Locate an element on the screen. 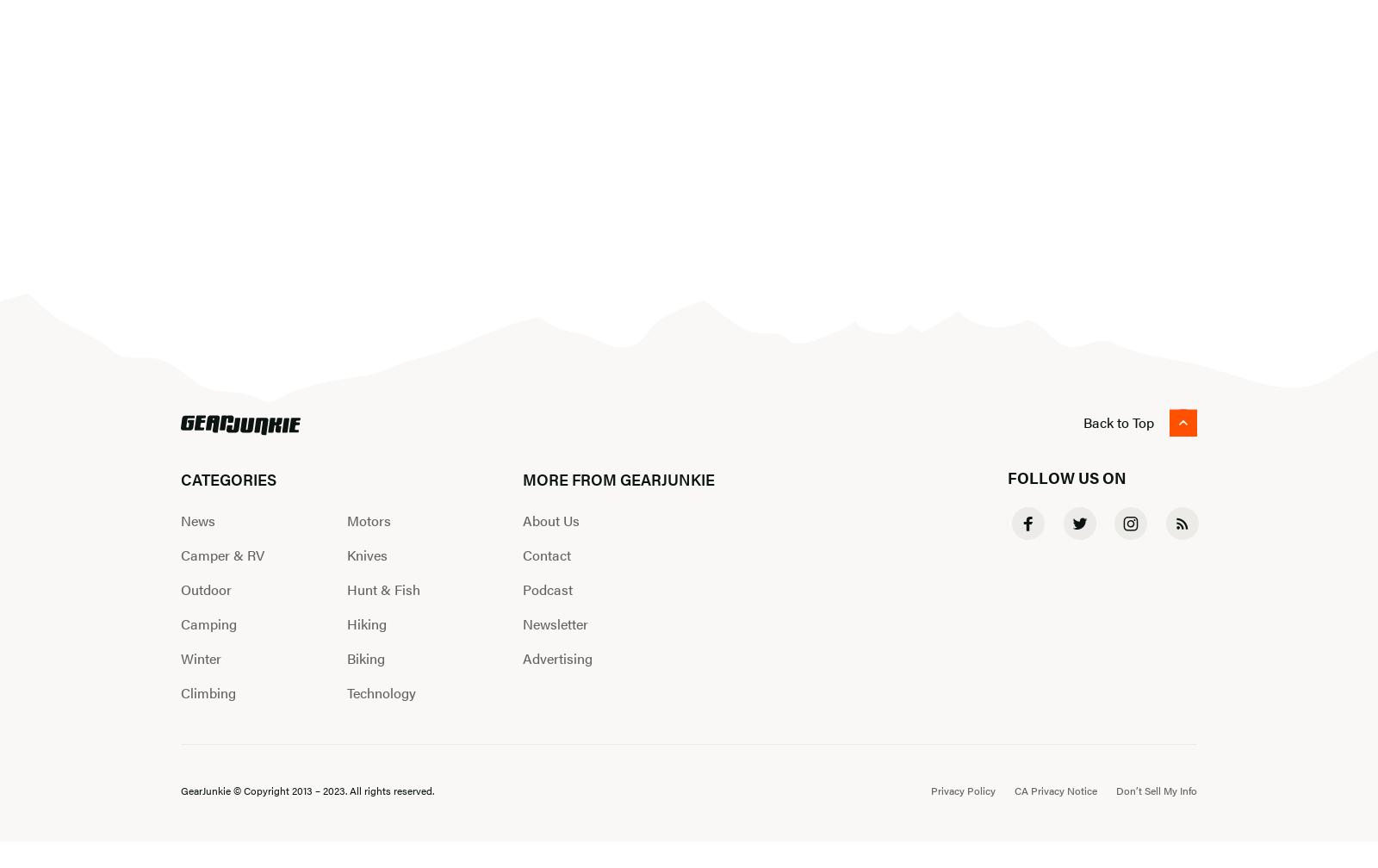 The height and width of the screenshot is (868, 1378). 'CA Privacy Notice' is located at coordinates (1054, 789).